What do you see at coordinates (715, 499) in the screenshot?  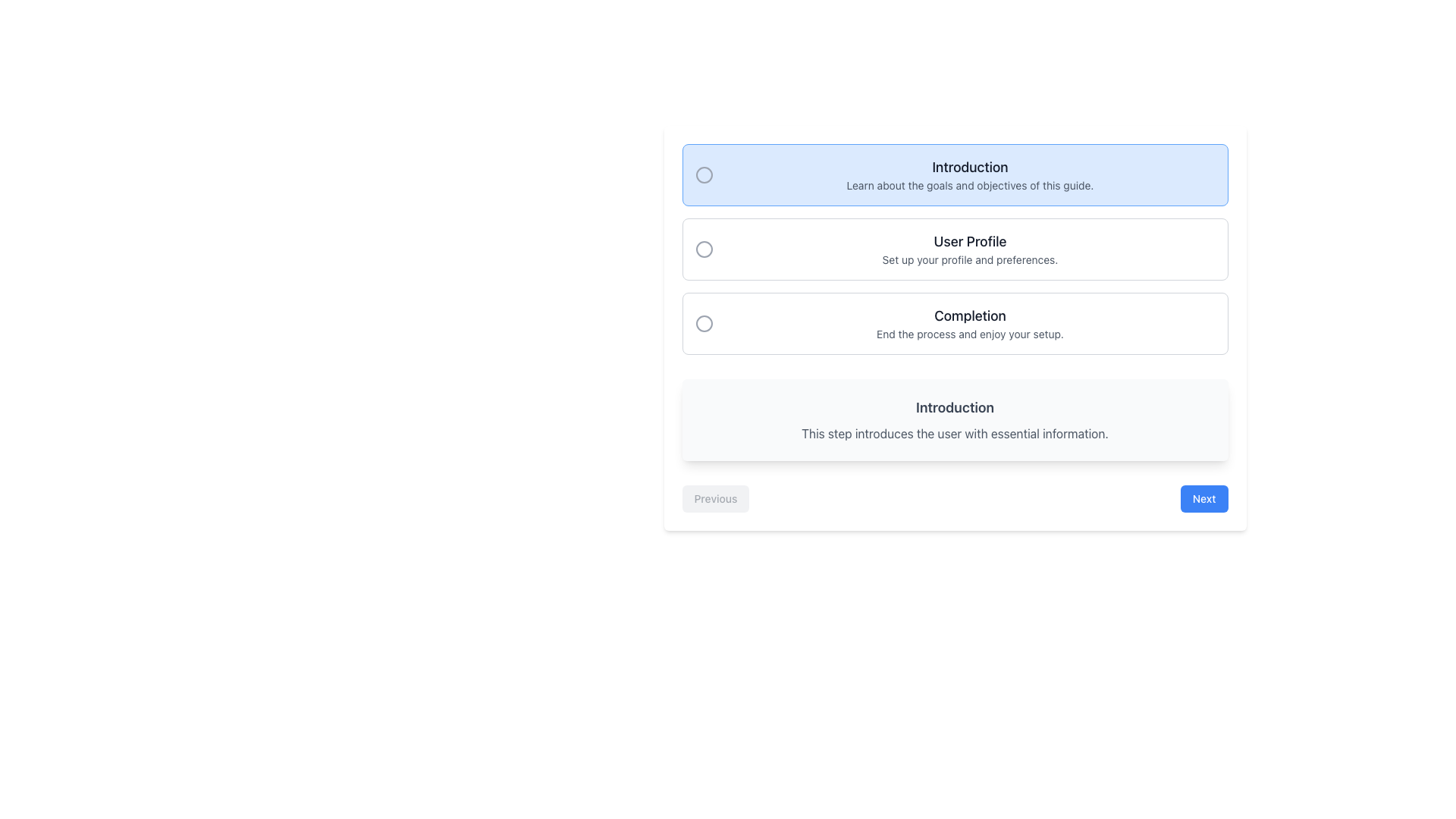 I see `the disabled 'Previous' button located near the bottom-left corner of the UI section` at bounding box center [715, 499].